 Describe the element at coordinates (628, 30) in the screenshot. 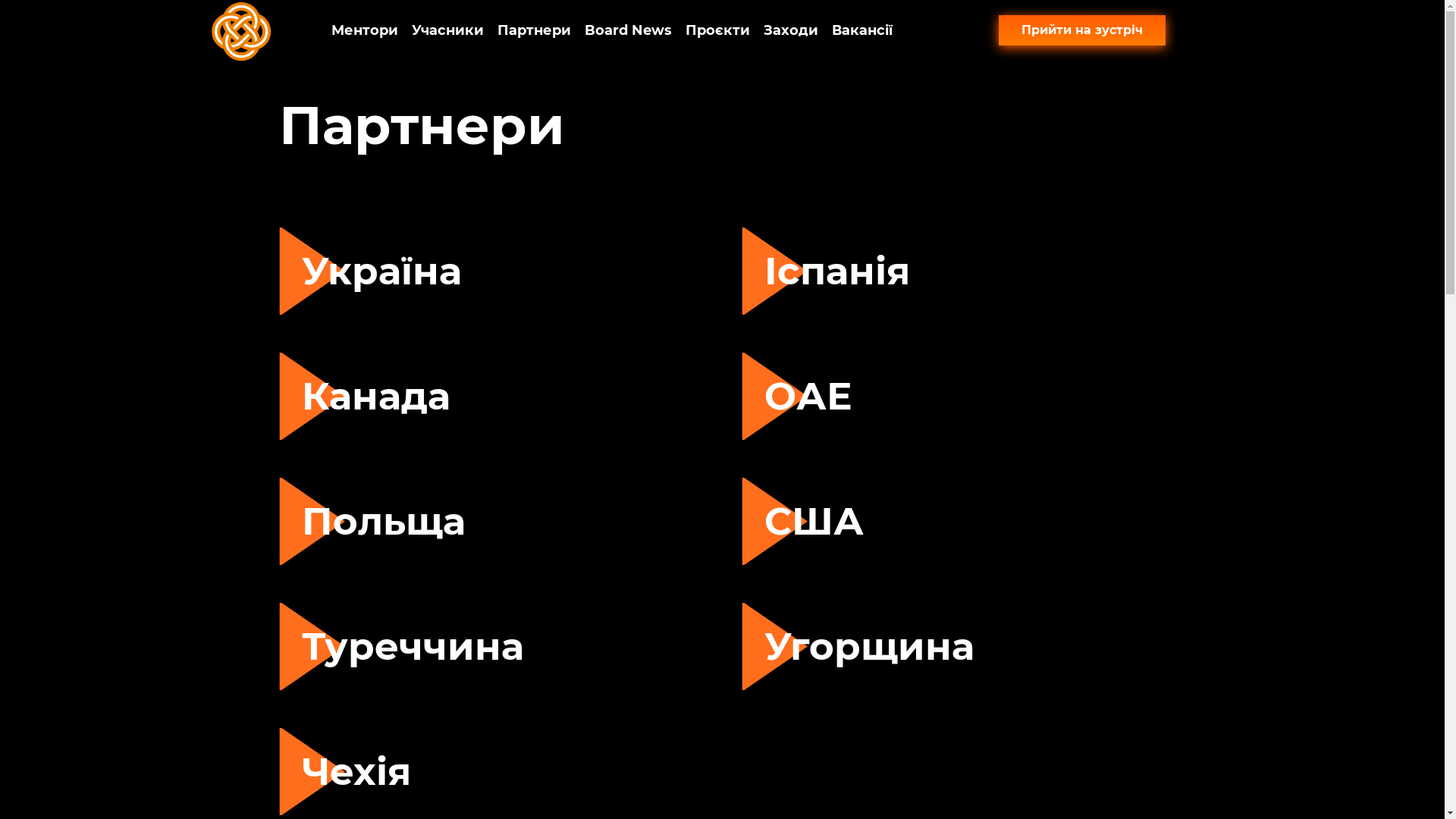

I see `'Board News'` at that location.